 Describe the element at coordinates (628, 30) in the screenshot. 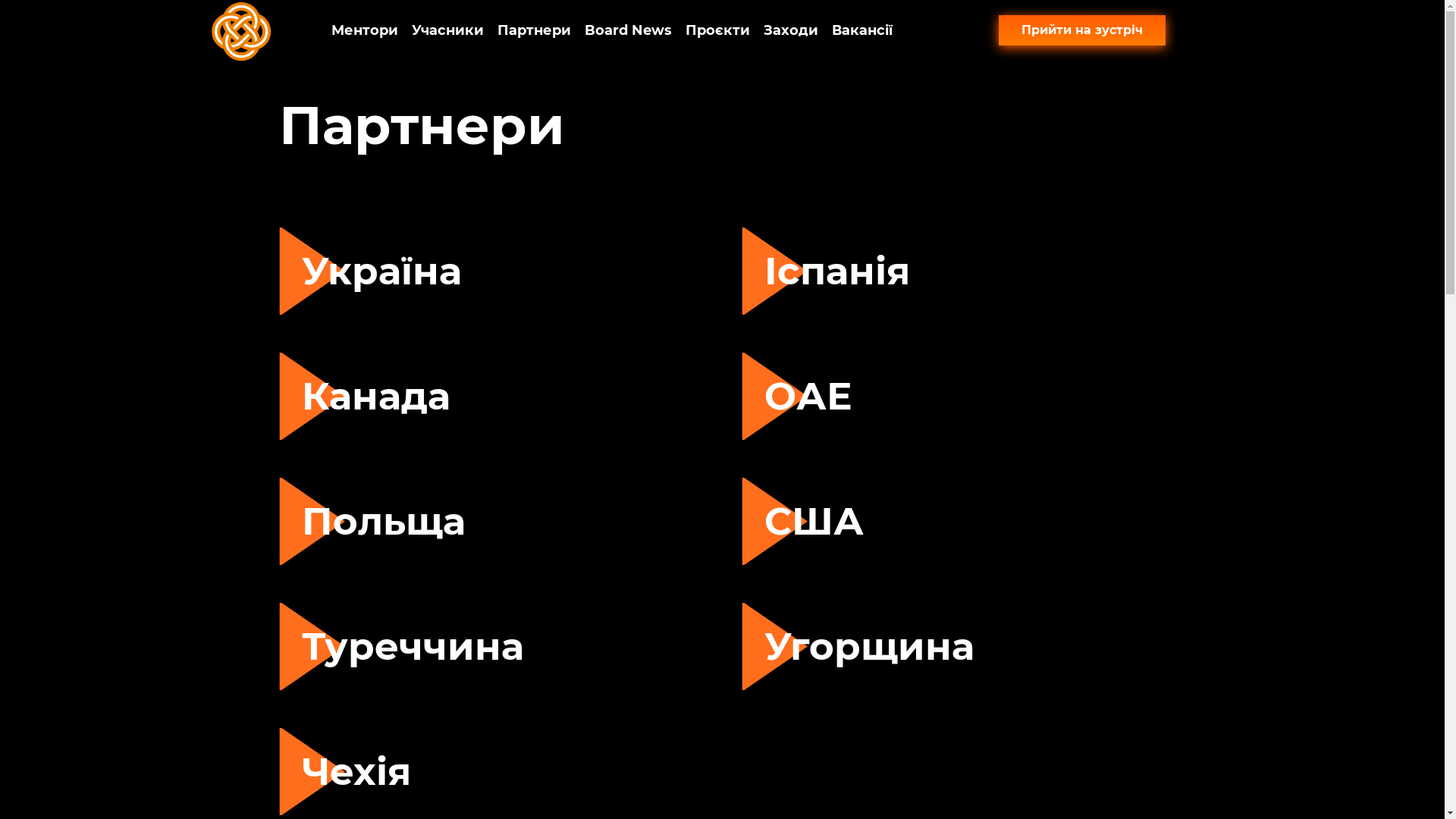

I see `'Board News'` at that location.